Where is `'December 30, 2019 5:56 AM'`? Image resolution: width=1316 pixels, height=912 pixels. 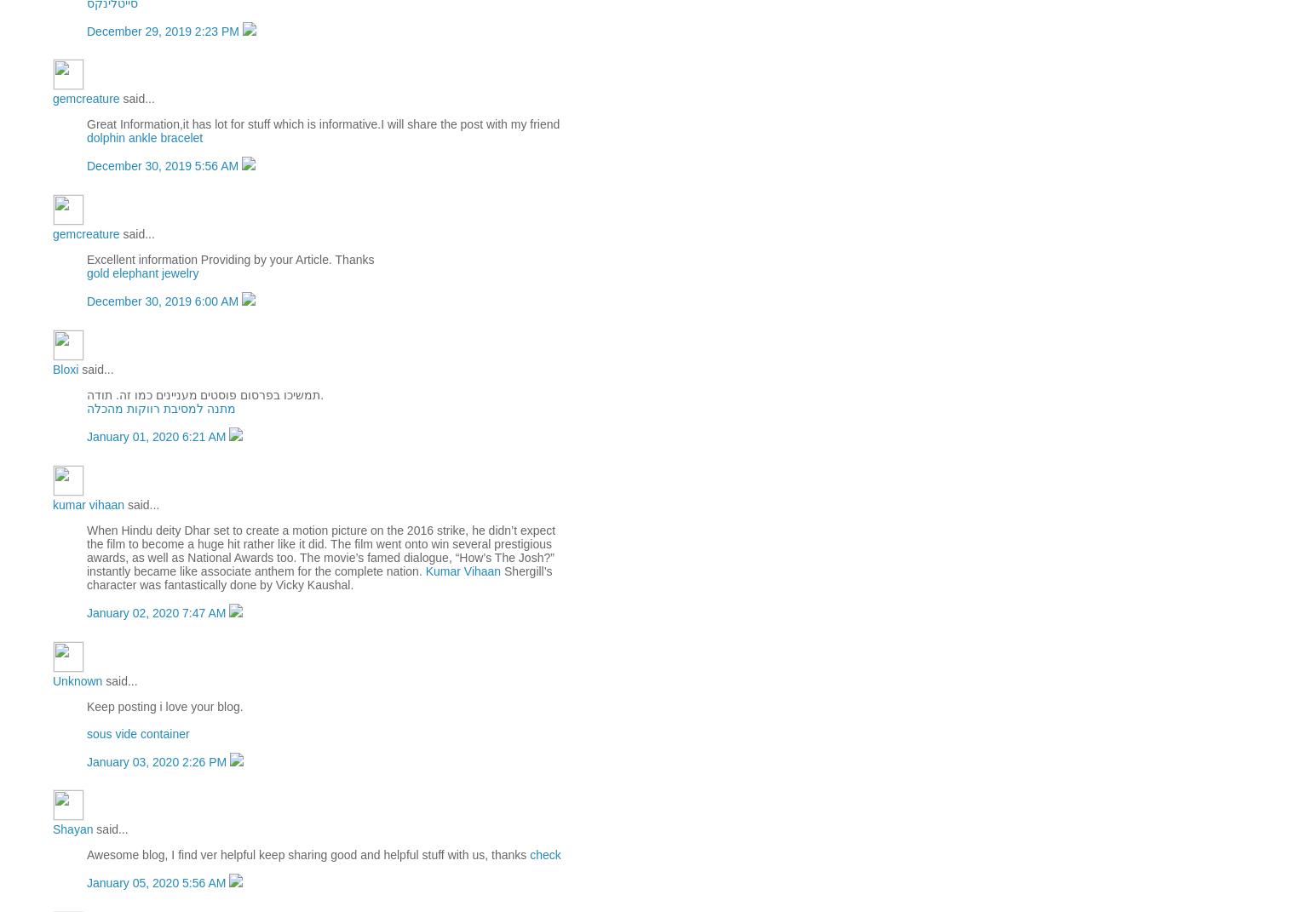 'December 30, 2019 5:56 AM' is located at coordinates (85, 165).